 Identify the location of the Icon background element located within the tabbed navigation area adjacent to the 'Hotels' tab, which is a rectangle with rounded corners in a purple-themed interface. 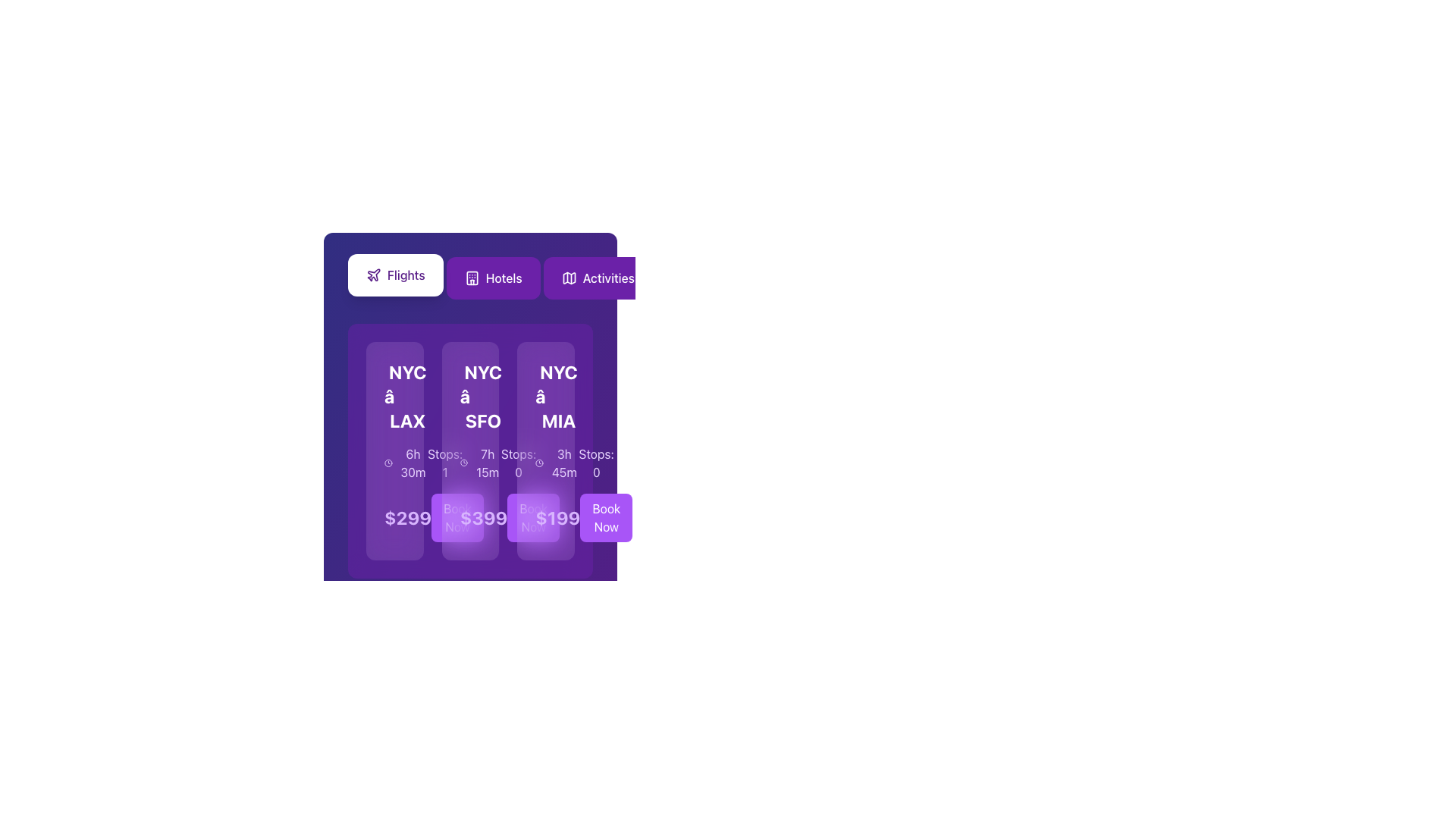
(471, 278).